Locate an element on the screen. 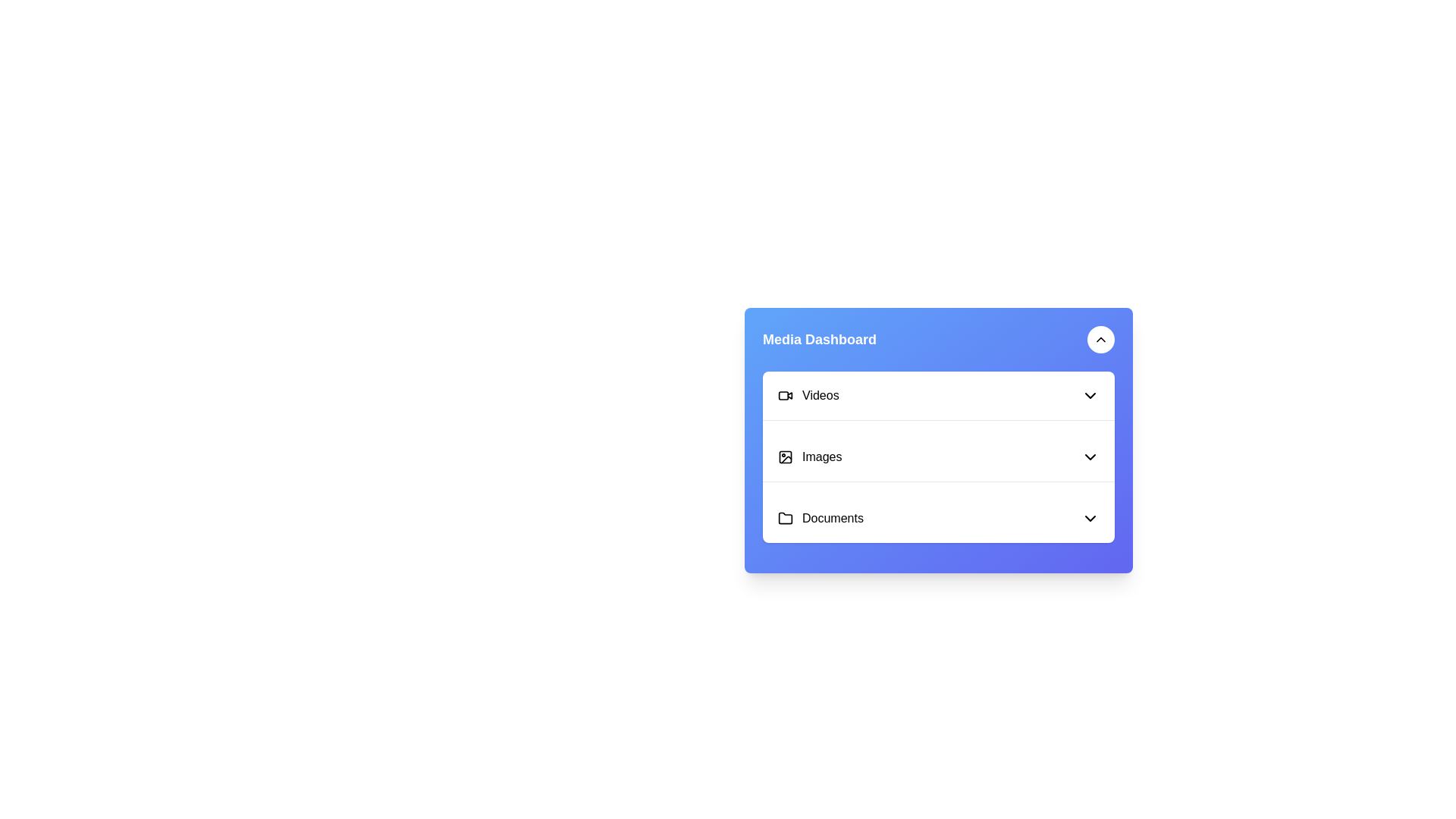 Image resolution: width=1456 pixels, height=819 pixels. the video camera icon located to the left of the 'Videos' label in the media dashboard is located at coordinates (786, 394).